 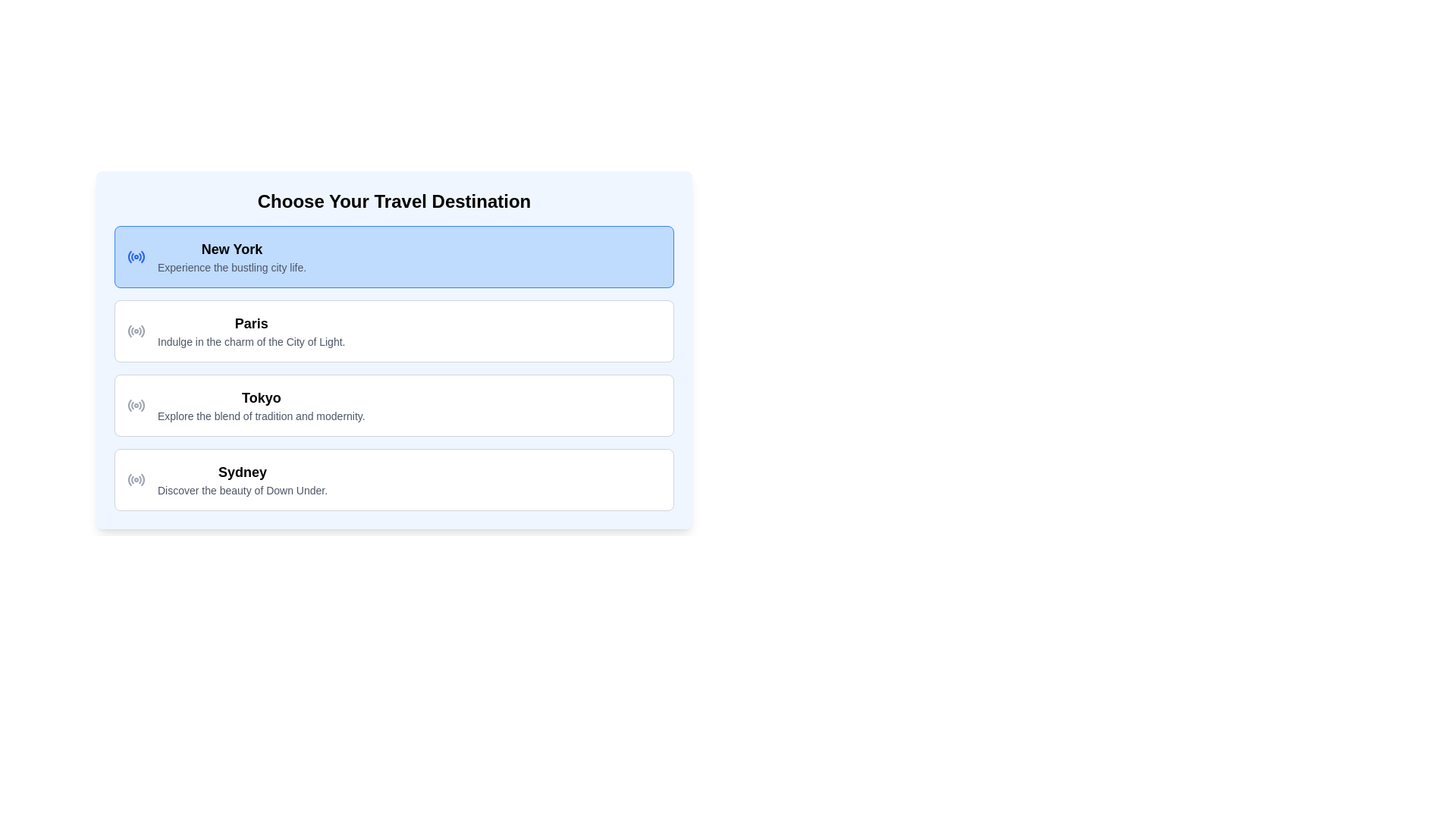 I want to click on the text label displaying 'Paris', which is prominently styled and located at the top center of the section representing the second travel option, so click(x=251, y=323).